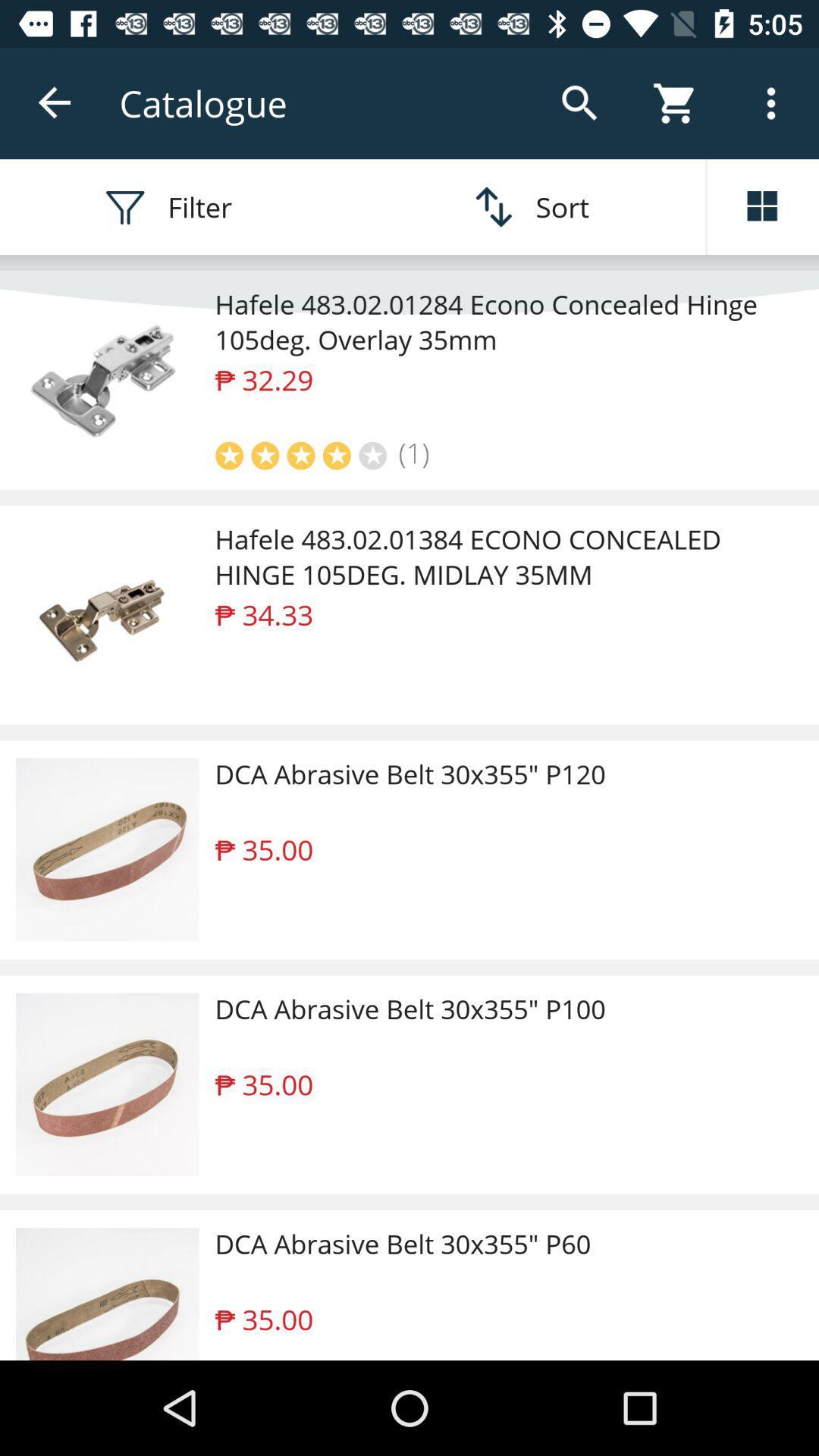  What do you see at coordinates (55, 102) in the screenshot?
I see `item to the left of catalogue icon` at bounding box center [55, 102].